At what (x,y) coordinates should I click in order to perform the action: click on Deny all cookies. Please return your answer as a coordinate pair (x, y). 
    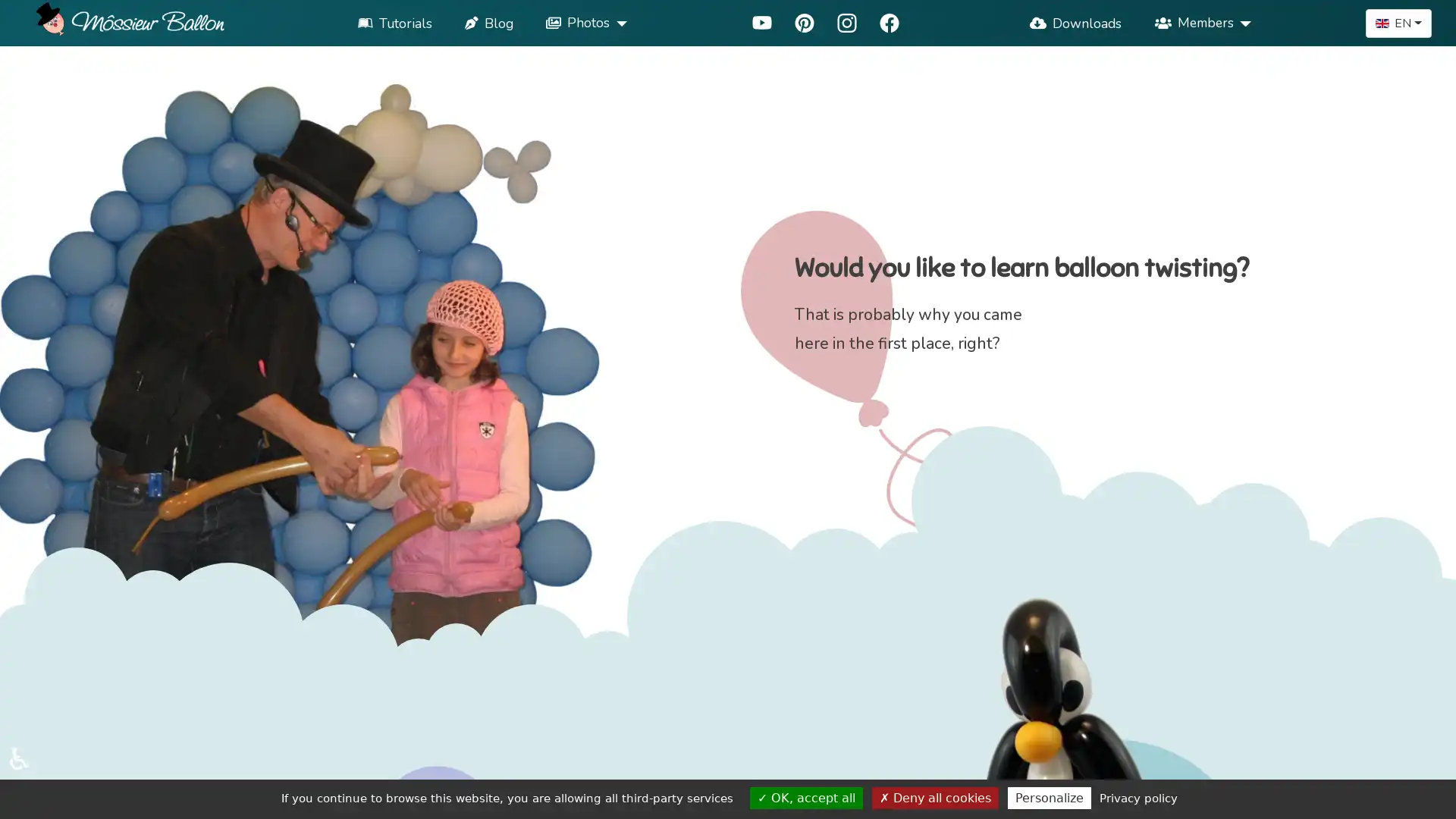
    Looking at the image, I should click on (934, 797).